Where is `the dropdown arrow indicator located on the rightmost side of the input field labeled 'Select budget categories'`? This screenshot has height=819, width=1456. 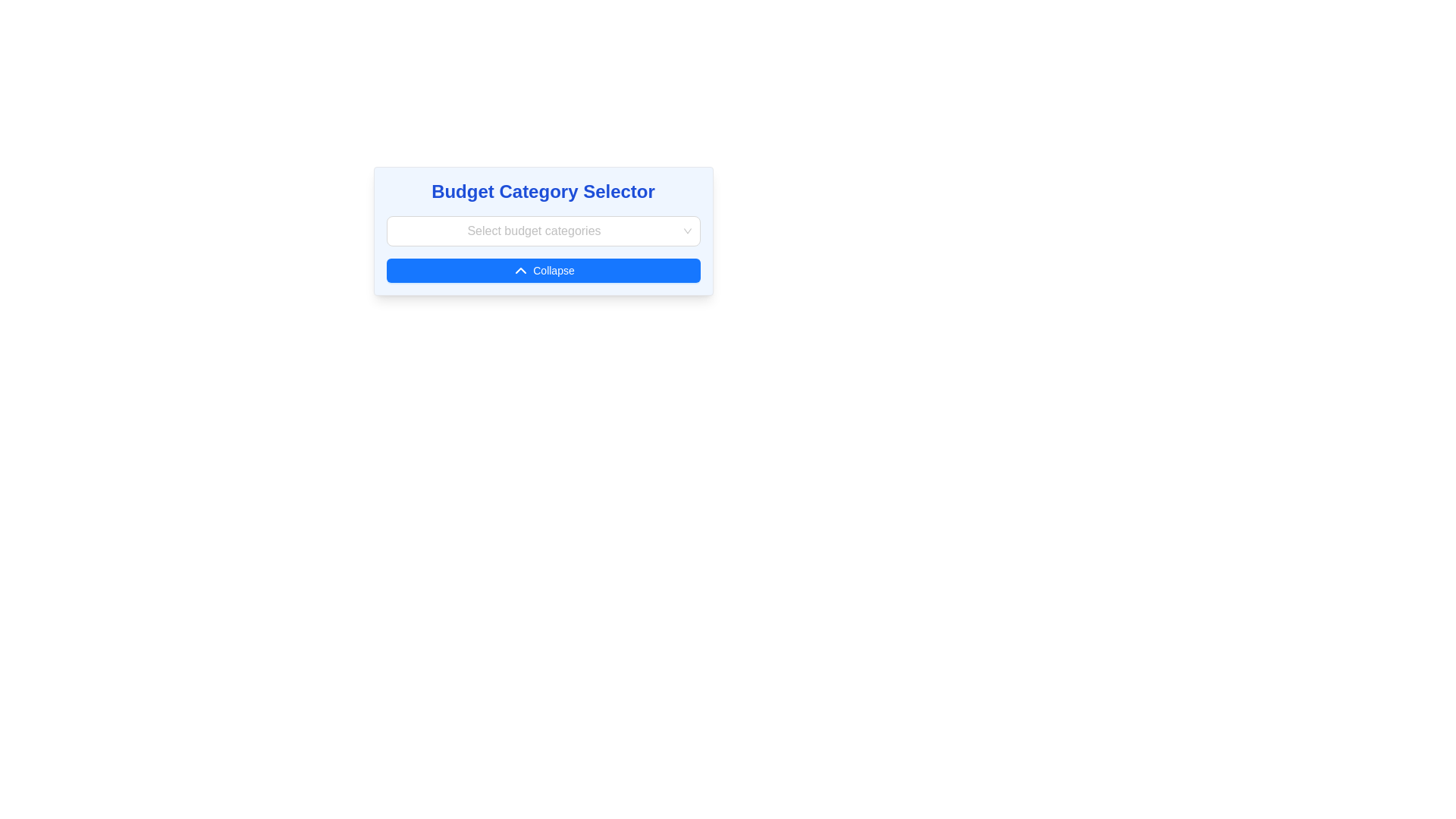
the dropdown arrow indicator located on the rightmost side of the input field labeled 'Select budget categories' is located at coordinates (686, 231).